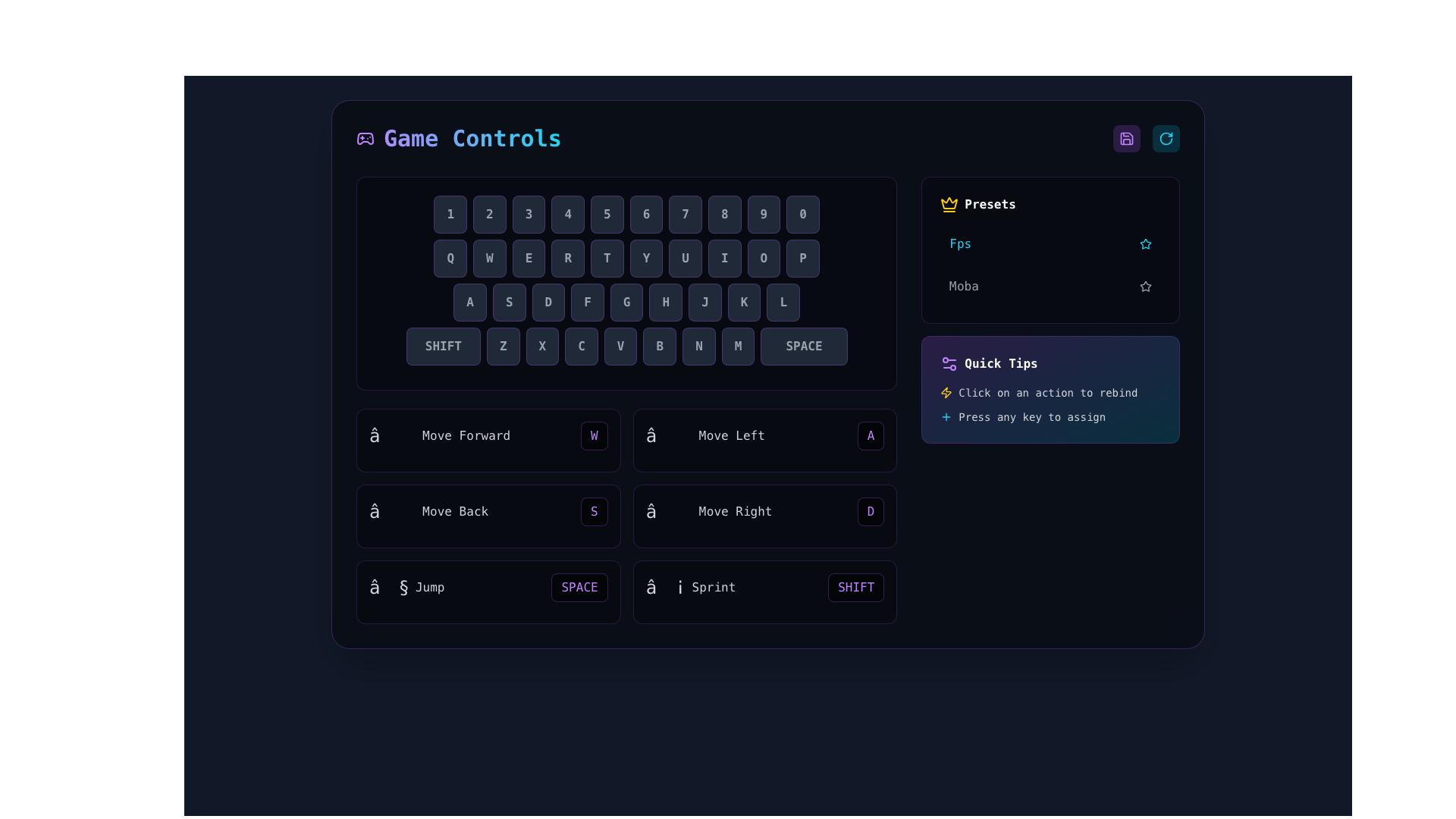 The image size is (1456, 819). Describe the element at coordinates (764, 516) in the screenshot. I see `the 'Move Right' control mapping indicator associated with the 'D' key in the lower-right section of the Interactive Control Mapping Panel` at that location.